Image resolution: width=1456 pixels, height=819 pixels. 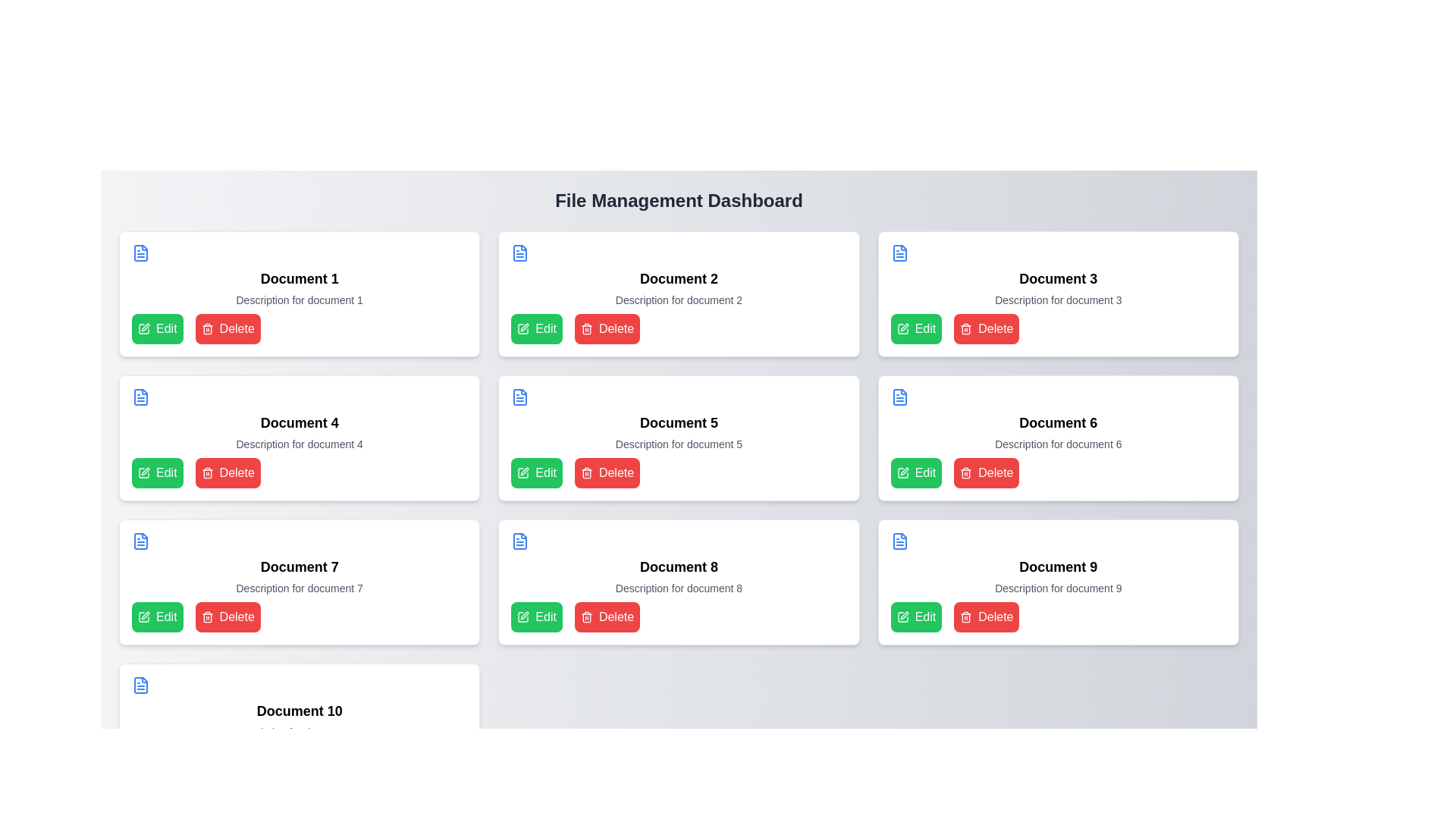 I want to click on the bold text label indicating the title 'Document 7', which is located in the second row, first column of a three-column grid layout, above the 'Edit' and 'Delete' buttons, so click(x=300, y=567).